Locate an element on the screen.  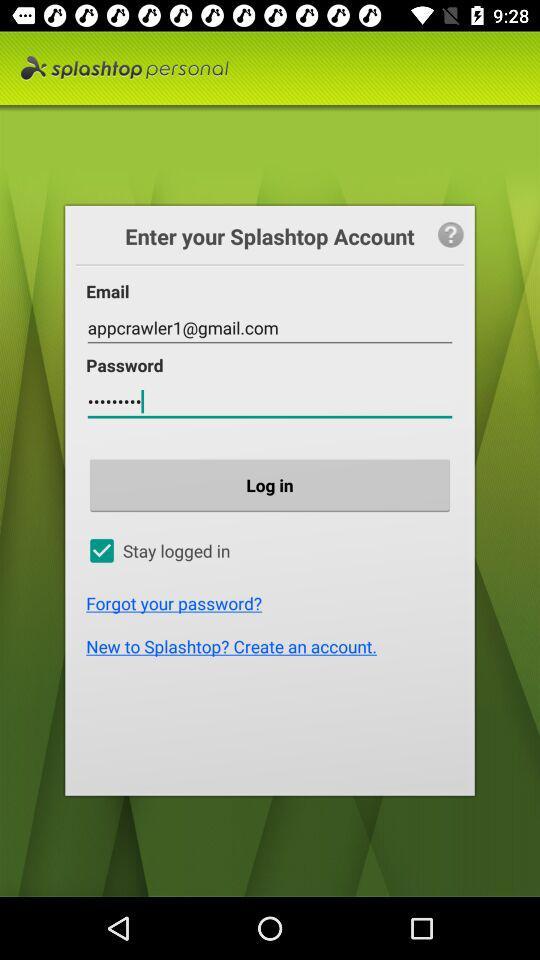
the option which is below log in is located at coordinates (271, 551).